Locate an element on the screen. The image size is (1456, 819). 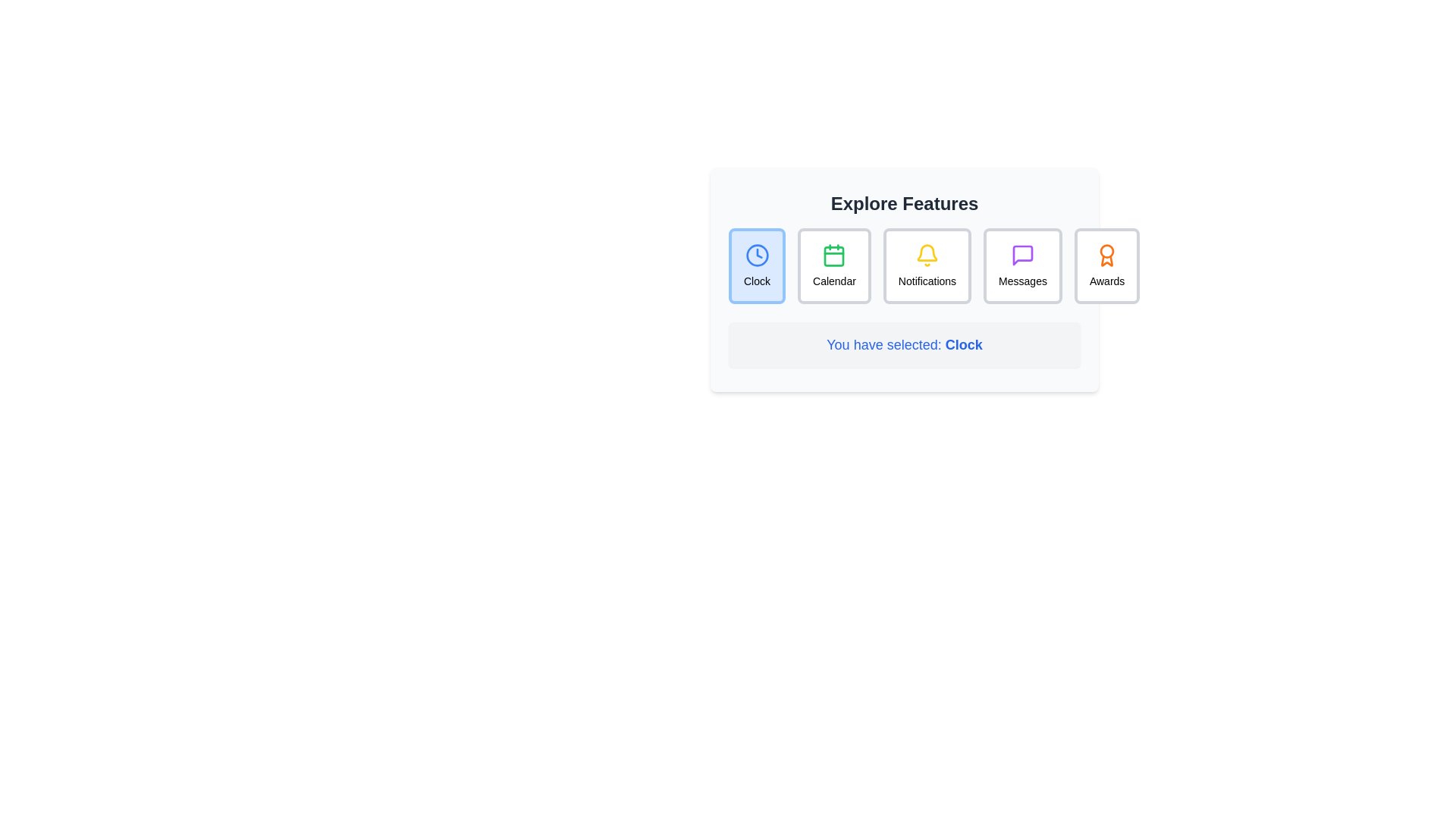
the 'Calendar' icon, which is the second item from the left in a row of selectable feature options is located at coordinates (833, 254).